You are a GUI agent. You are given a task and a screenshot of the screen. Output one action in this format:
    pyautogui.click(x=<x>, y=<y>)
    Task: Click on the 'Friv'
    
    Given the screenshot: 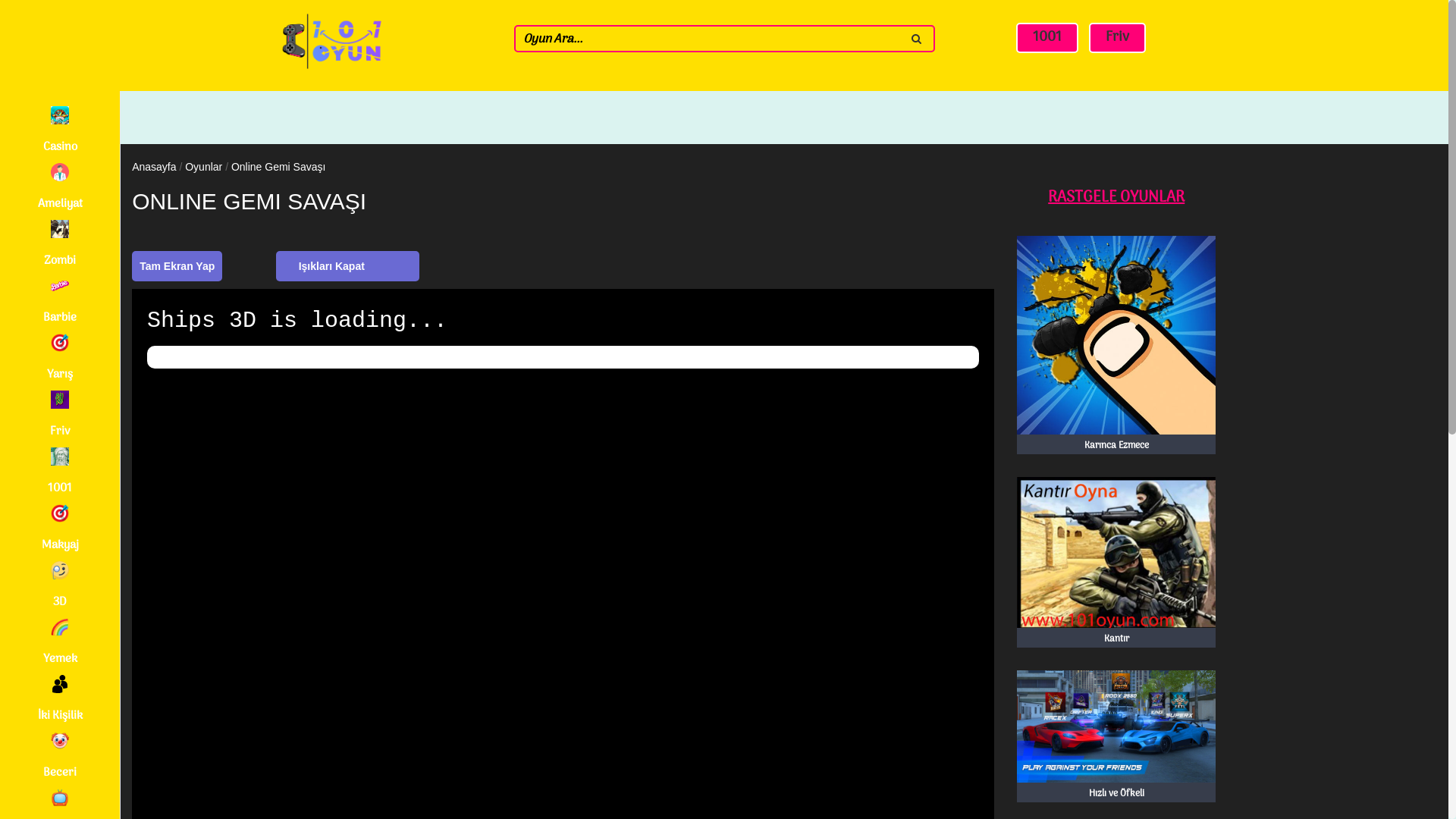 What is the action you would take?
    pyautogui.click(x=1117, y=37)
    